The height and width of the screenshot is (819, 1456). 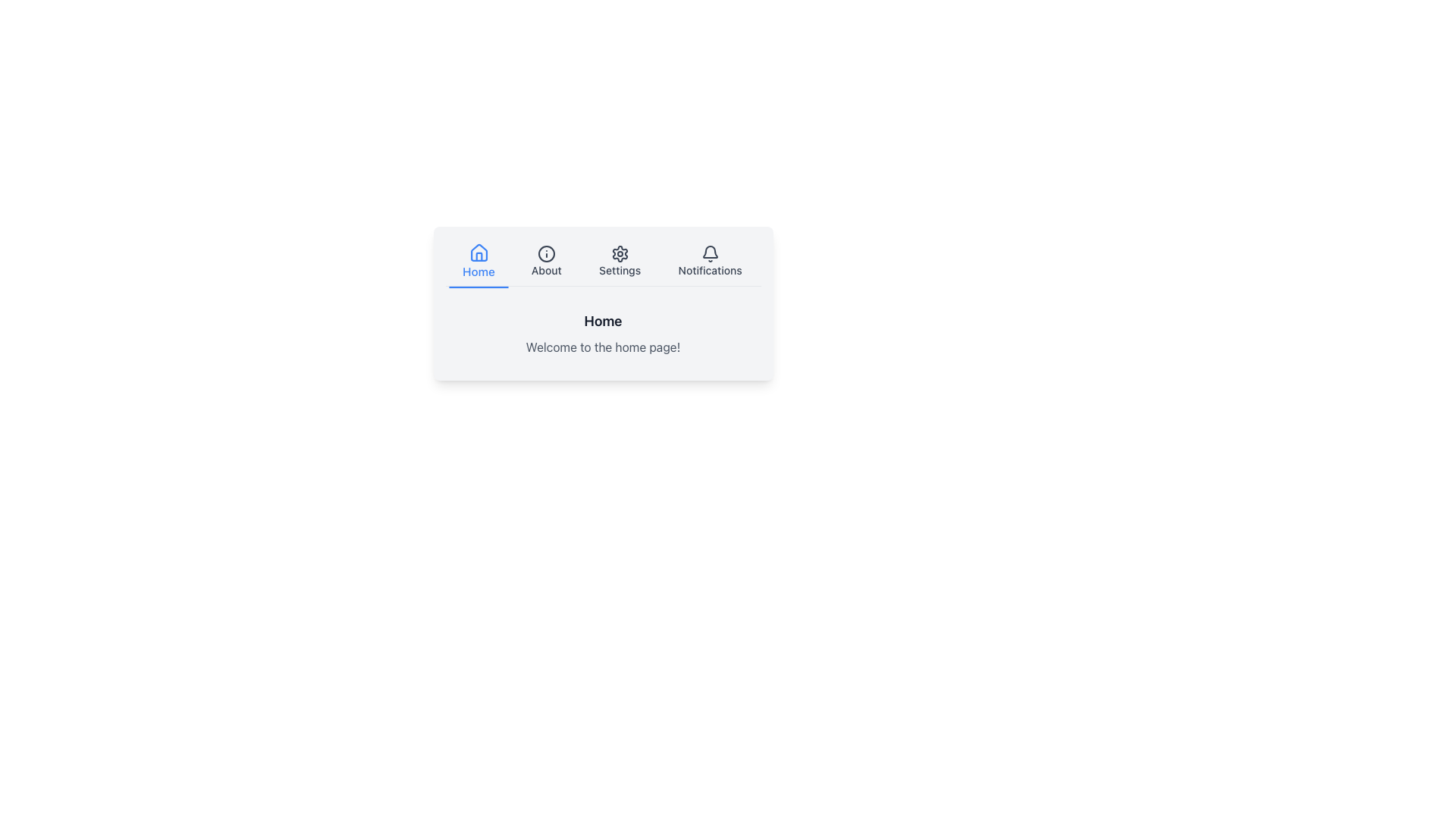 I want to click on the 'Home' icon located in the navigation bar at the top of the interface, which is the leftmost icon in a row of navigation options, so click(x=478, y=252).